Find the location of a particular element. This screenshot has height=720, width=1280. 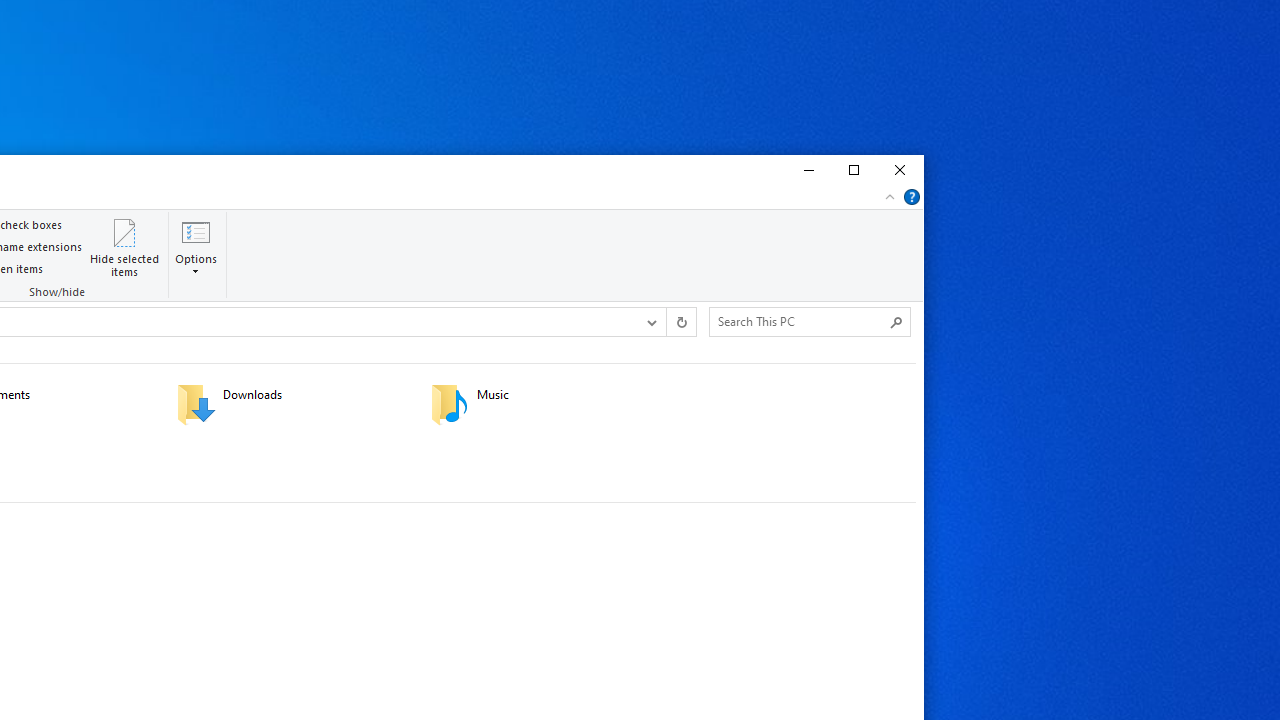

'Downloads' is located at coordinates (290, 403).